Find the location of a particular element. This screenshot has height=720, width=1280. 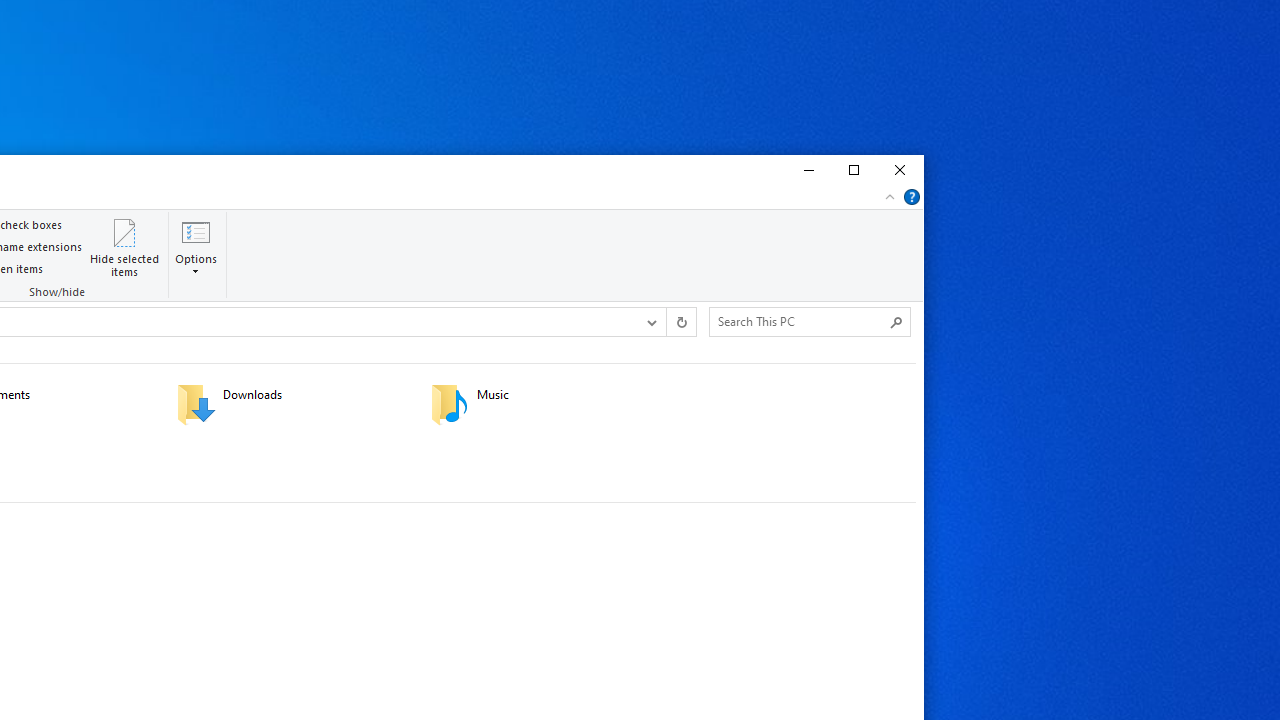

'Downloads' is located at coordinates (290, 403).